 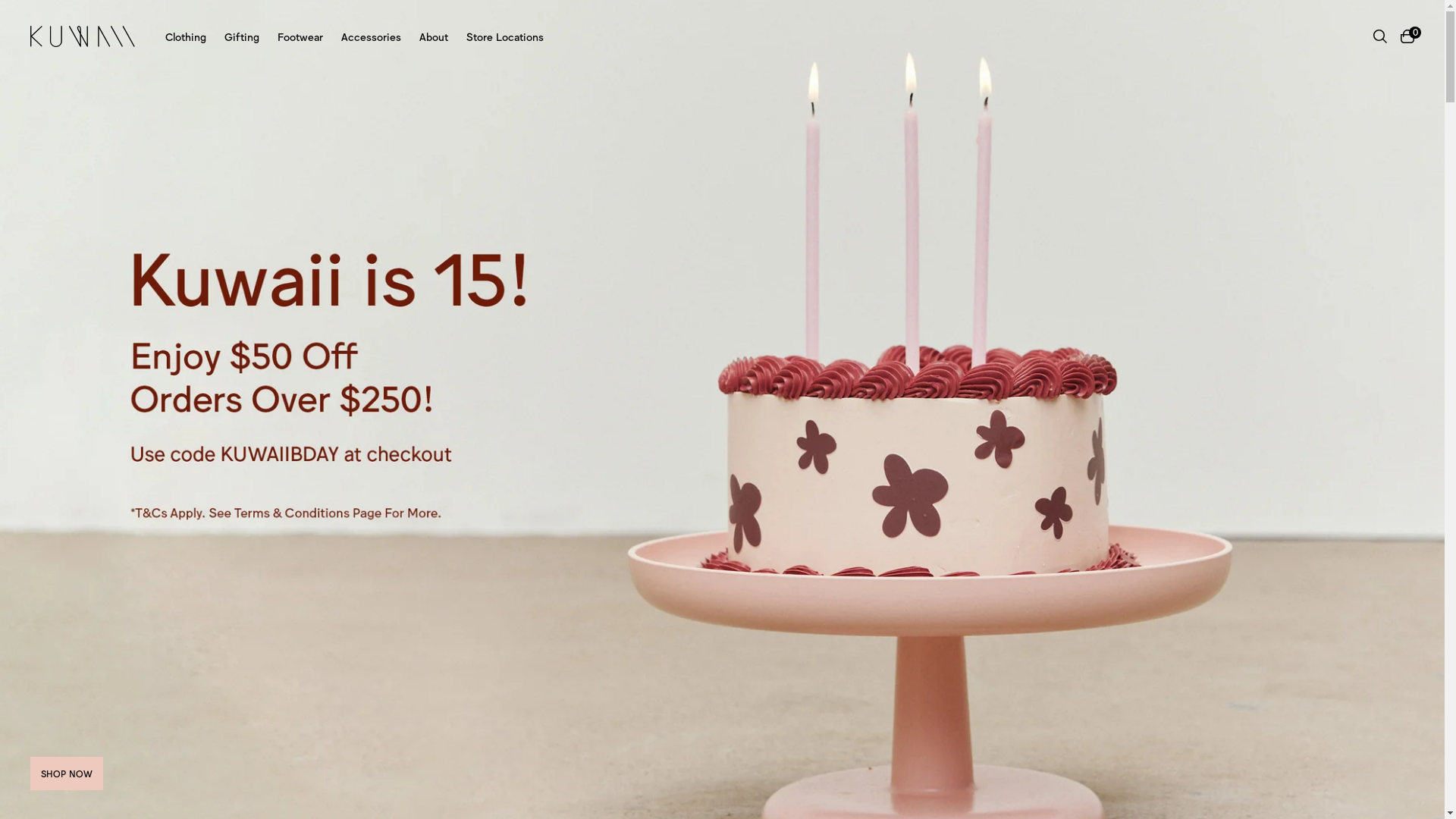 What do you see at coordinates (465, 35) in the screenshot?
I see `'Store Locations'` at bounding box center [465, 35].